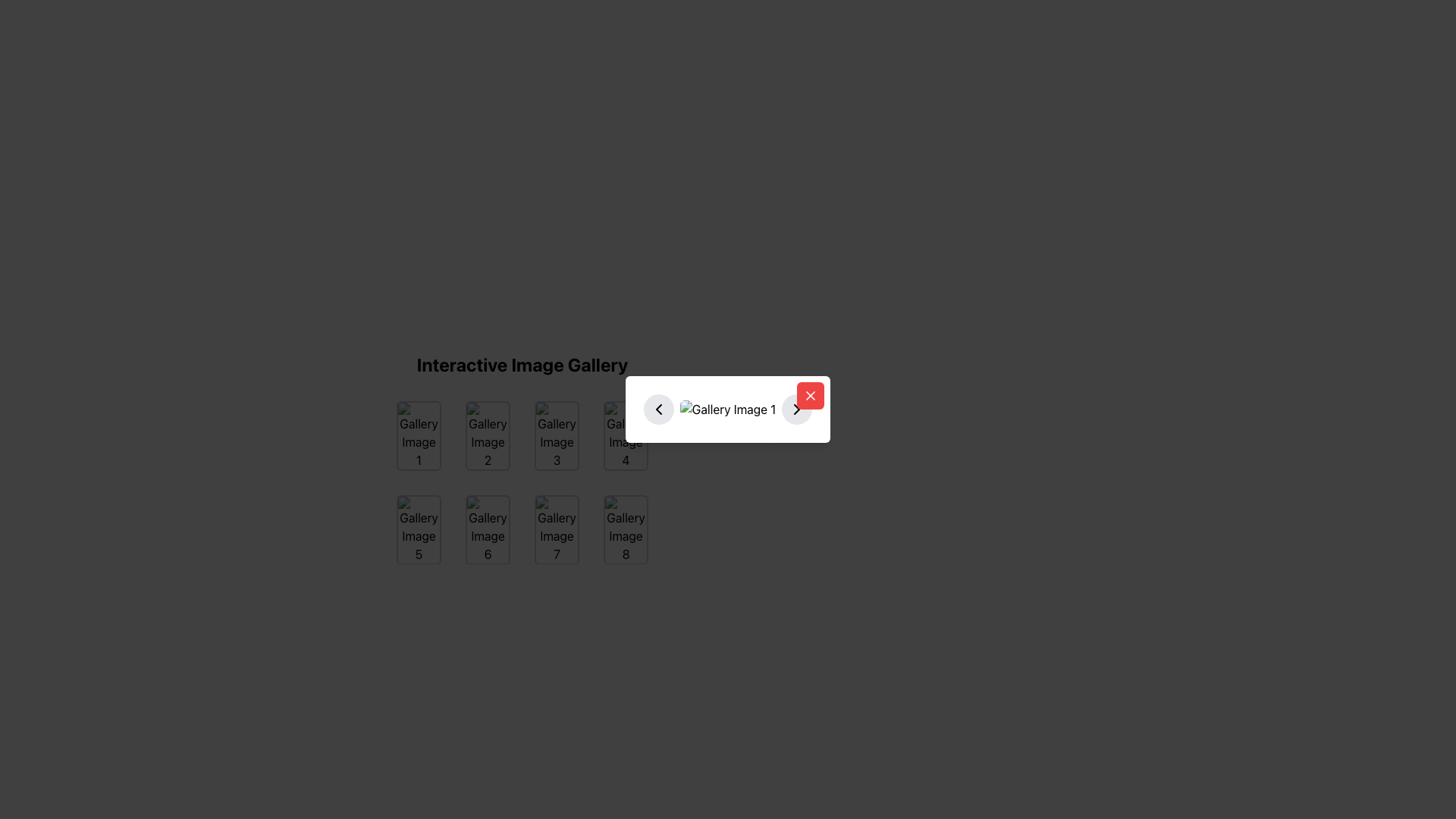 The image size is (1456, 819). I want to click on the Image Thumbnail representing 'Gallery Image 5', so click(419, 529).